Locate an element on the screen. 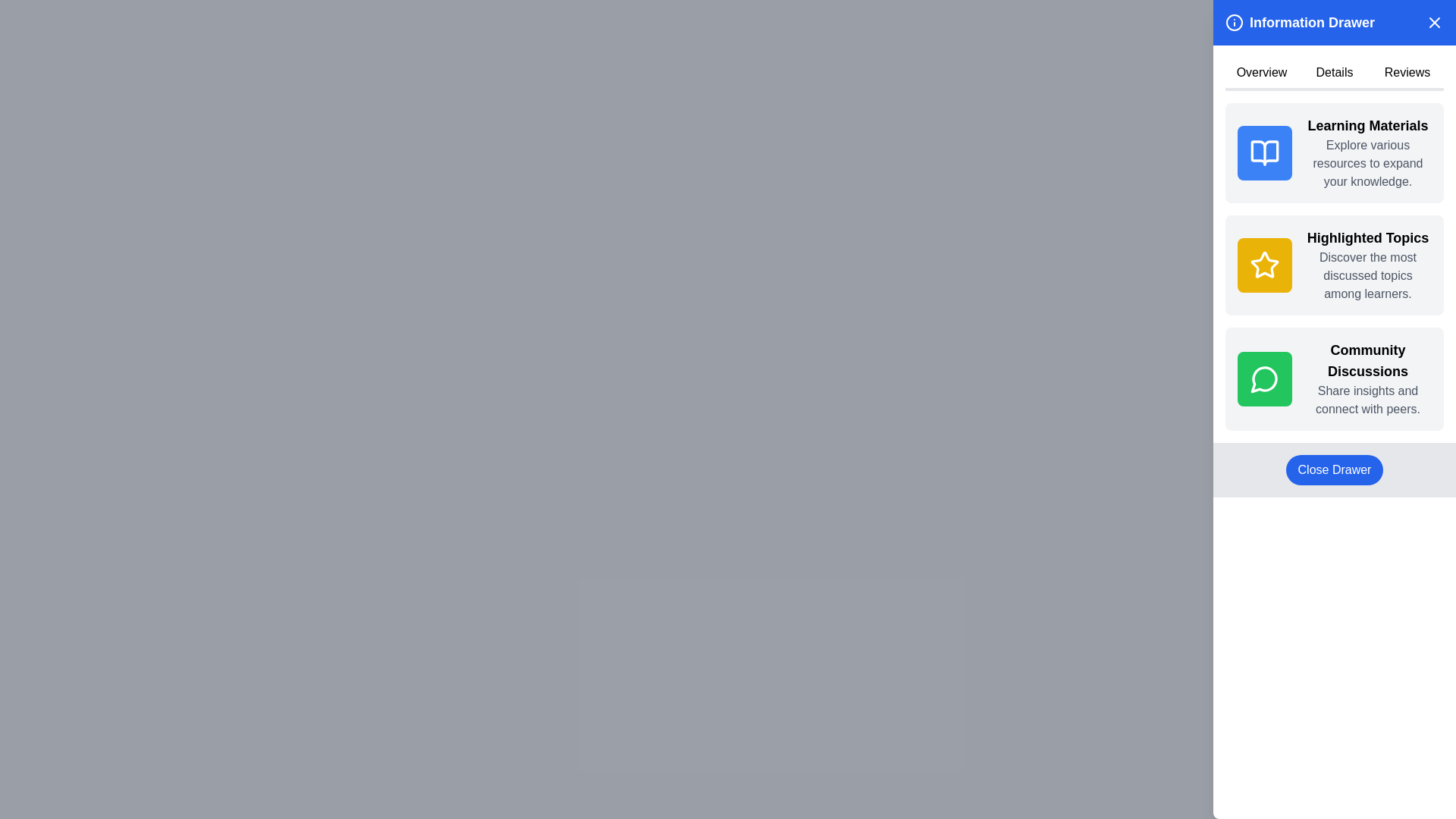 The width and height of the screenshot is (1456, 819). the static text header element labeled 'Community Discussions', which is styled in bold and located within the right panel under 'Highlighted Topics' is located at coordinates (1368, 360).